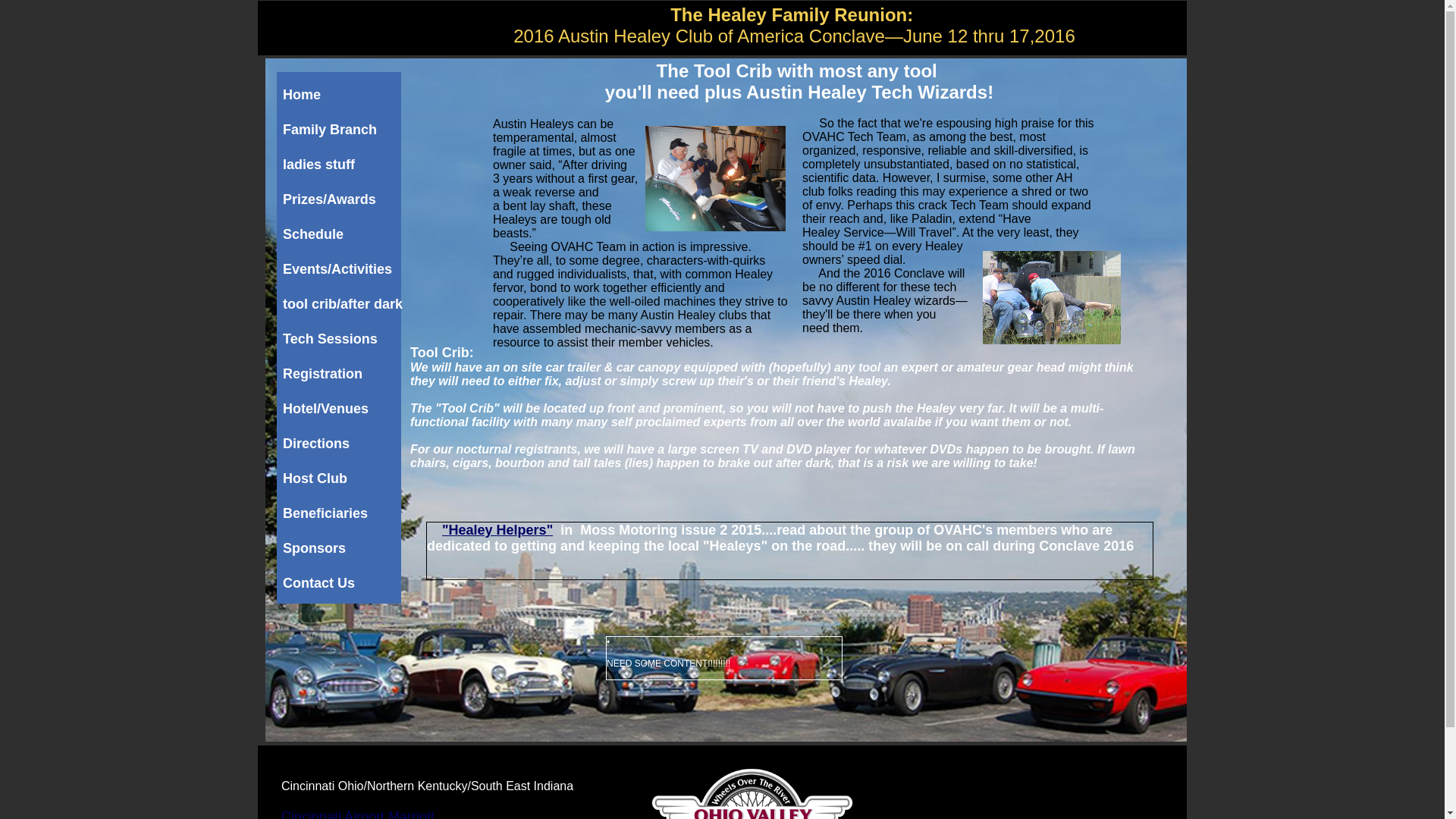 The image size is (1456, 819). Describe the element at coordinates (341, 583) in the screenshot. I see `'Contact Us'` at that location.